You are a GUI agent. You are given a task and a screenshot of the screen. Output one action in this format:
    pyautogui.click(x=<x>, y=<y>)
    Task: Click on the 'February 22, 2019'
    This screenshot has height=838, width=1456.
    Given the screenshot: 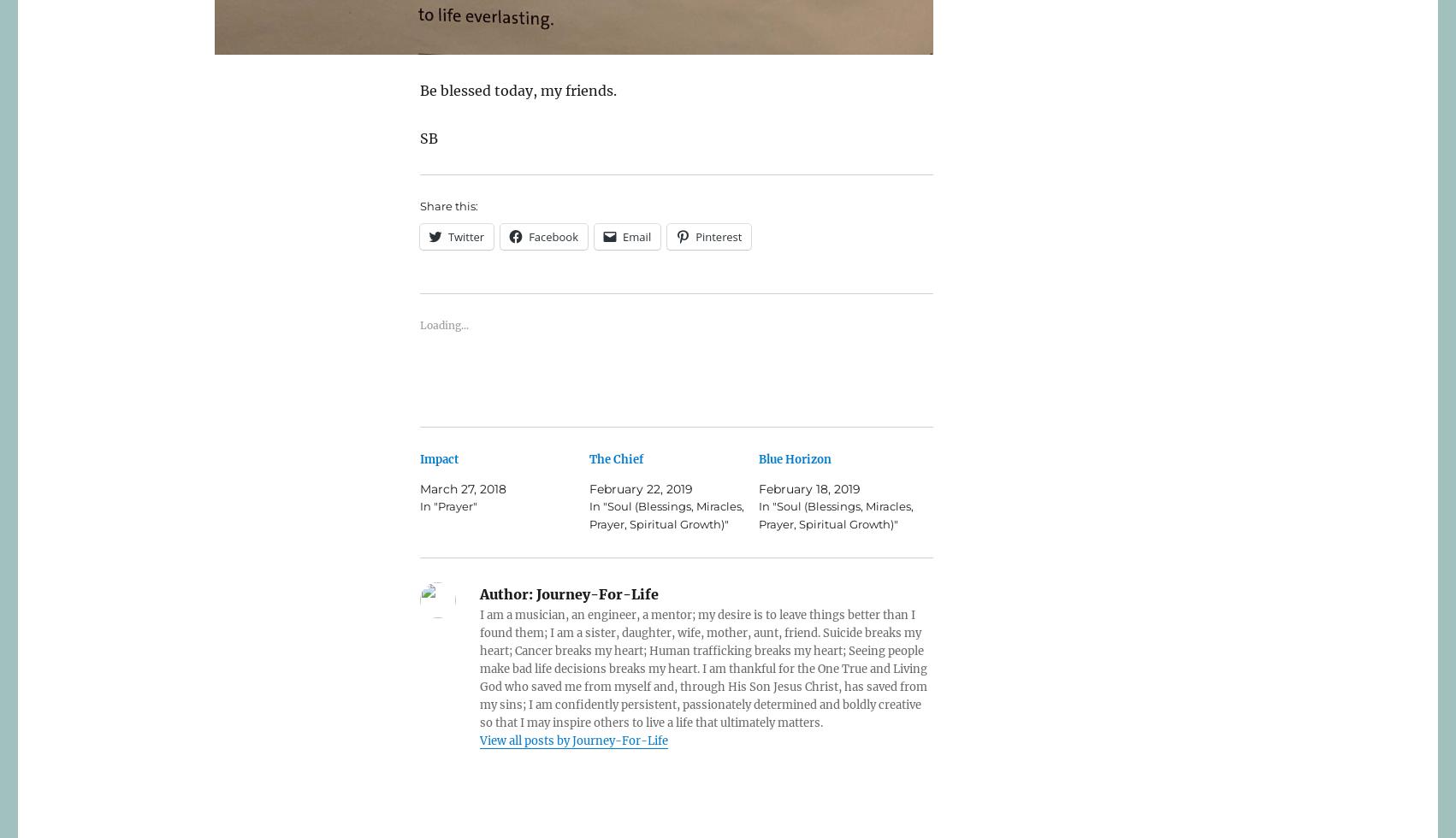 What is the action you would take?
    pyautogui.click(x=640, y=489)
    